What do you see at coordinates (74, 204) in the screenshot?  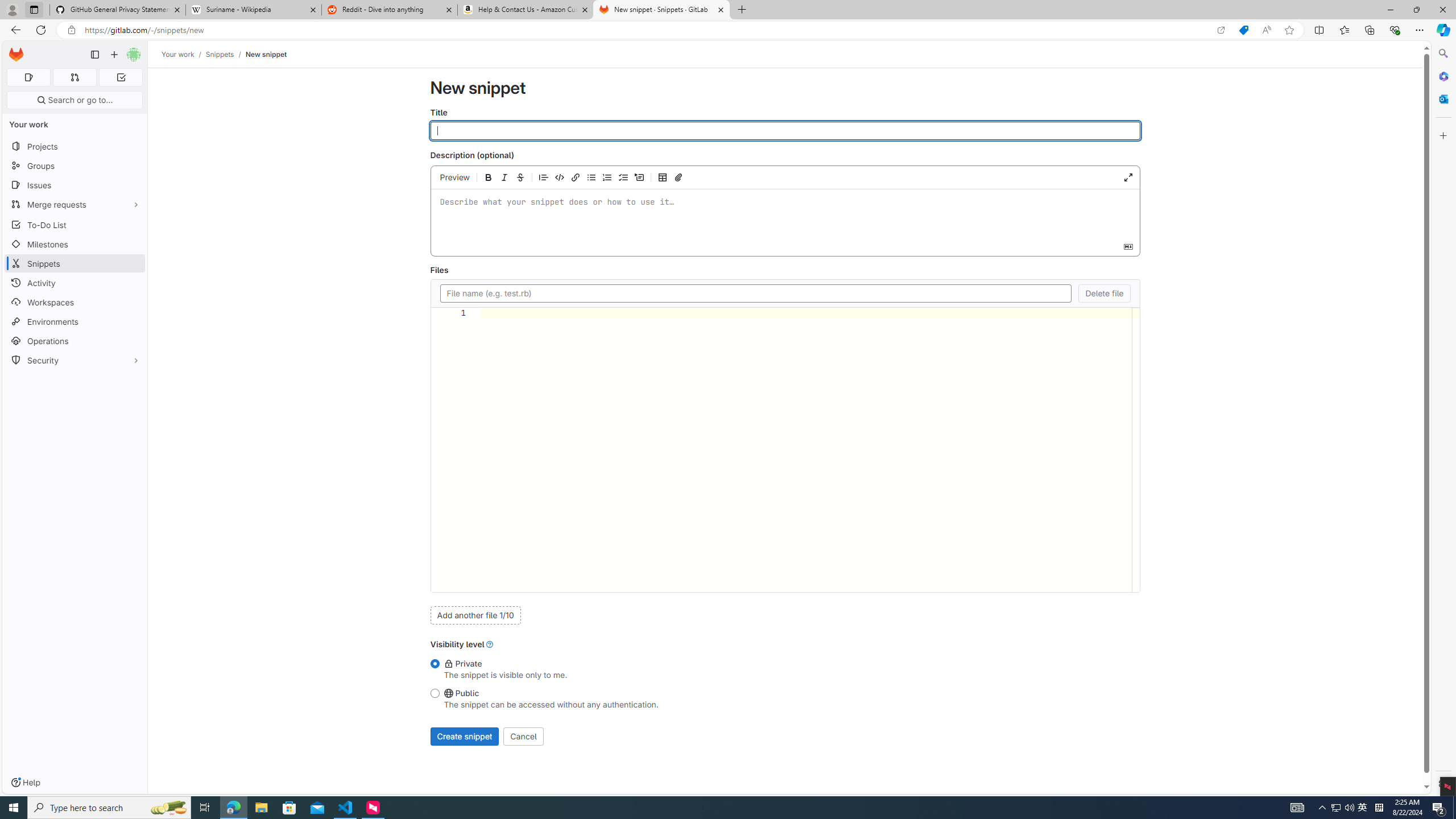 I see `'Merge requests'` at bounding box center [74, 204].